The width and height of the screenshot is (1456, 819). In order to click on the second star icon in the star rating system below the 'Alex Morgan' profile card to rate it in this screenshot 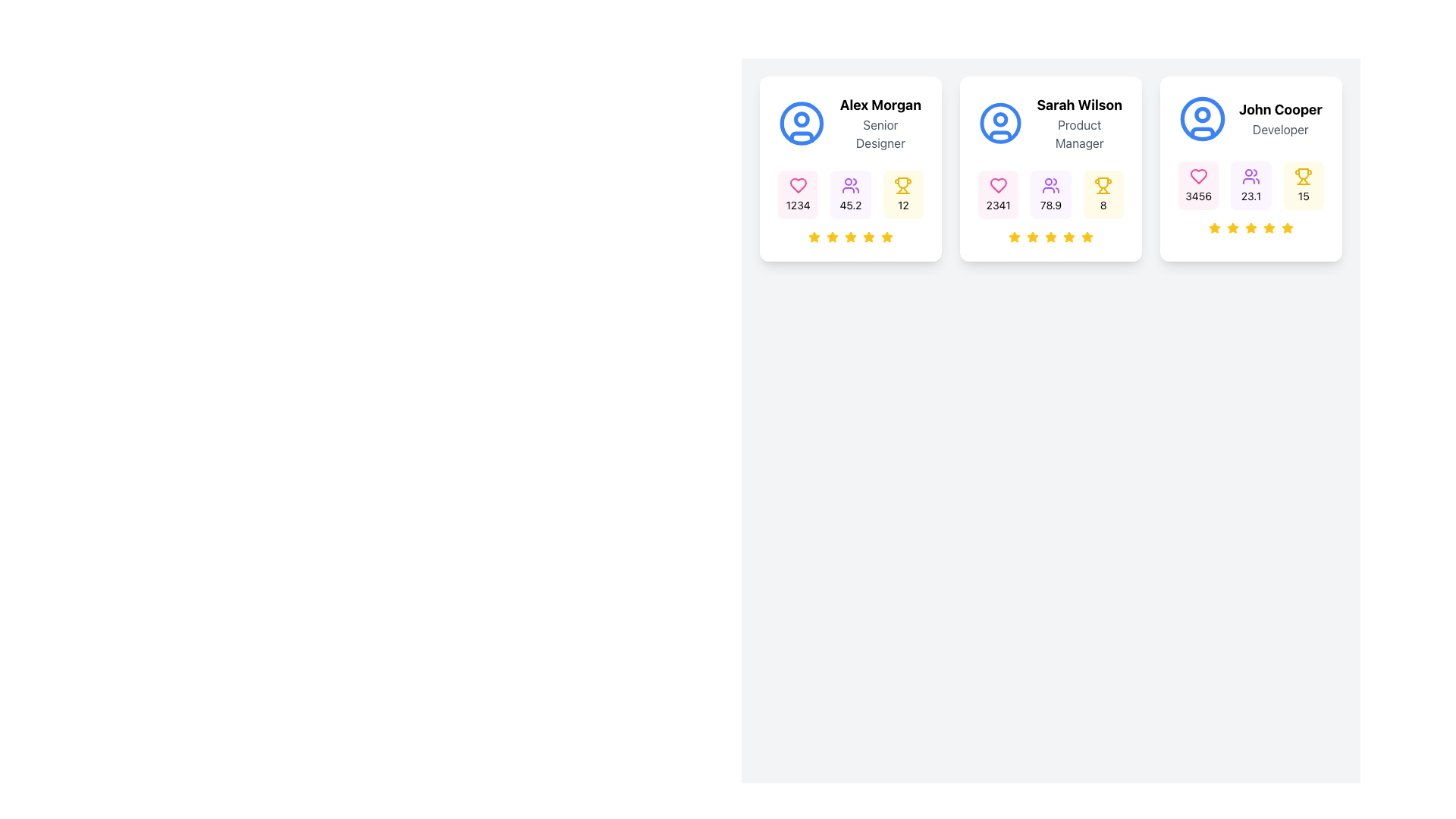, I will do `click(832, 237)`.